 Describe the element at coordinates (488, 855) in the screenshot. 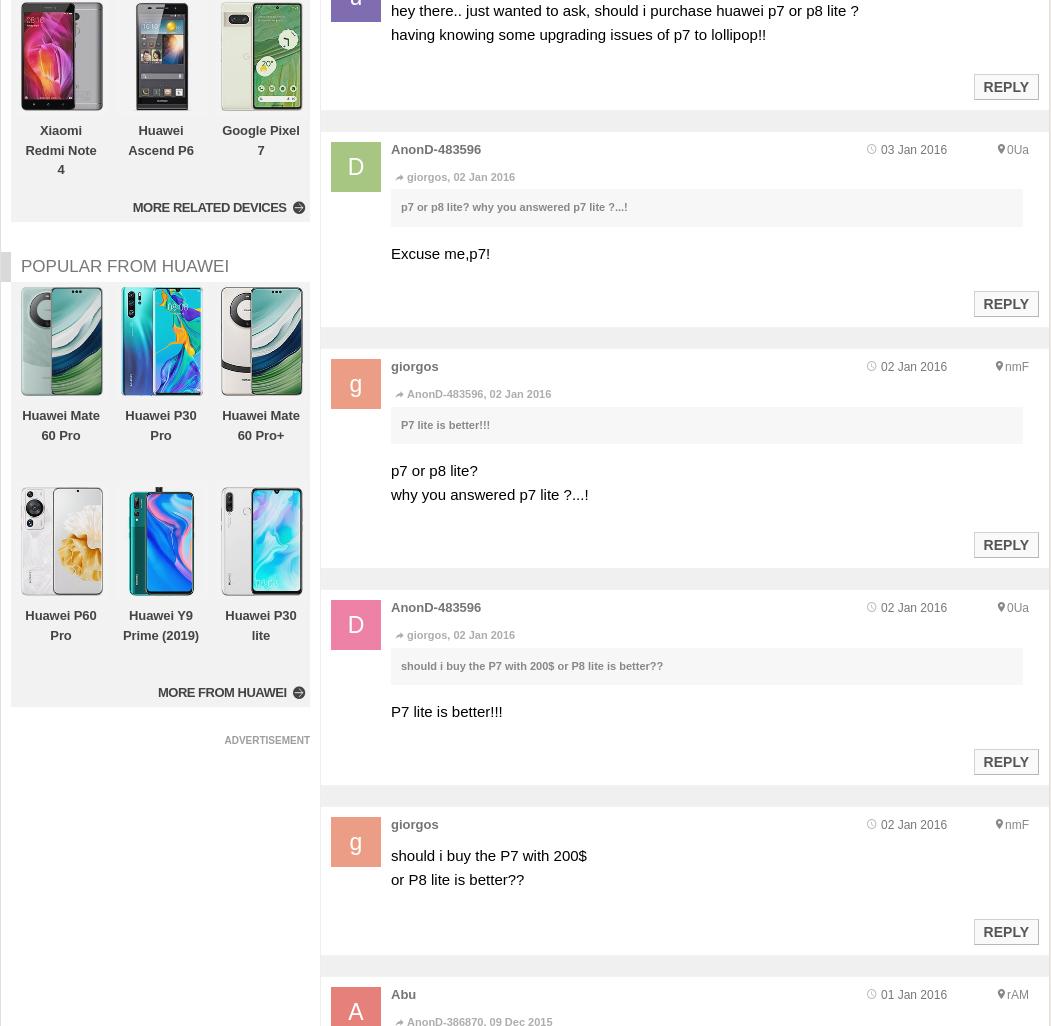

I see `'should i buy the P7 with 200$'` at that location.